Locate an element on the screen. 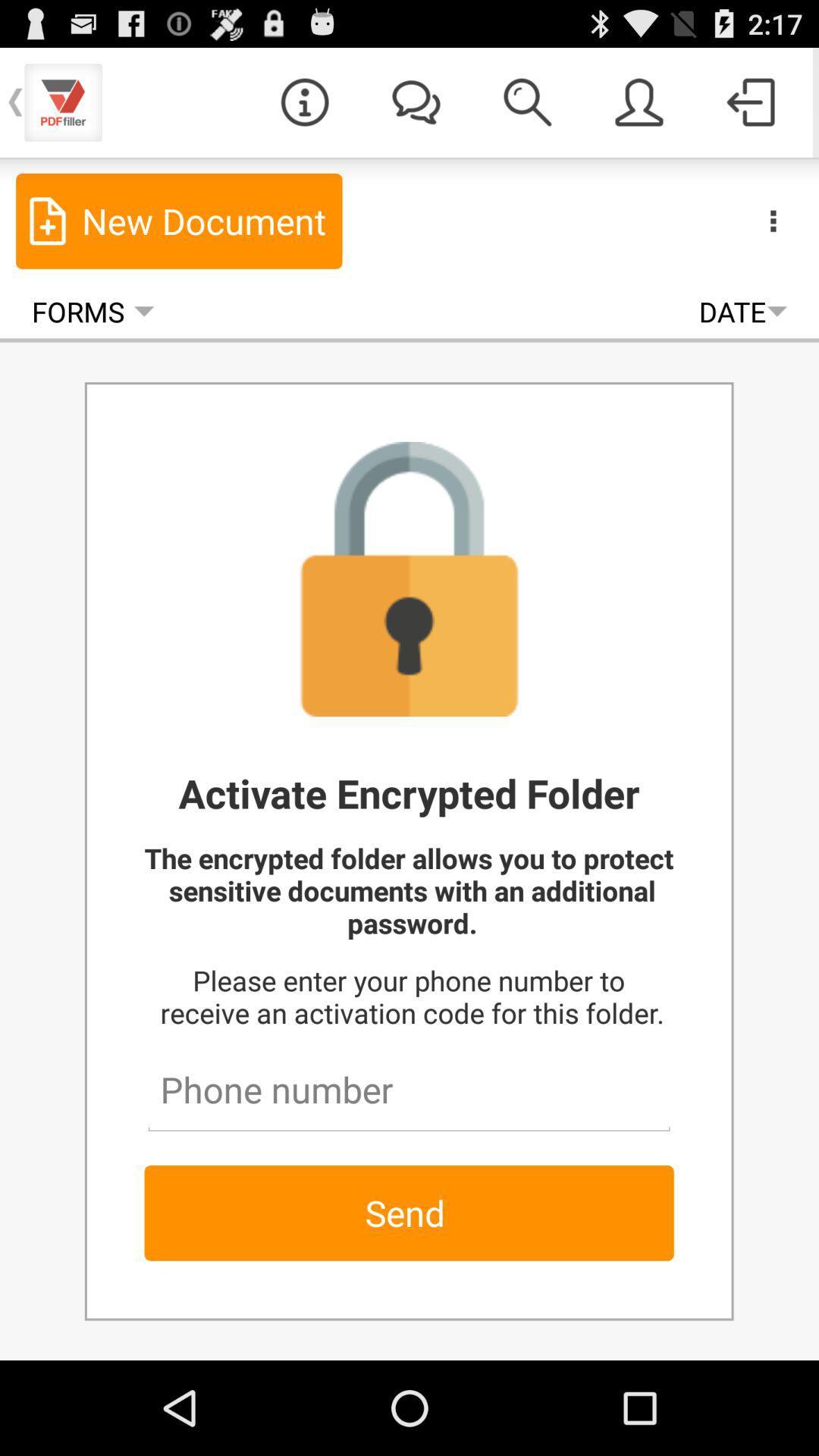  the send button is located at coordinates (408, 1212).